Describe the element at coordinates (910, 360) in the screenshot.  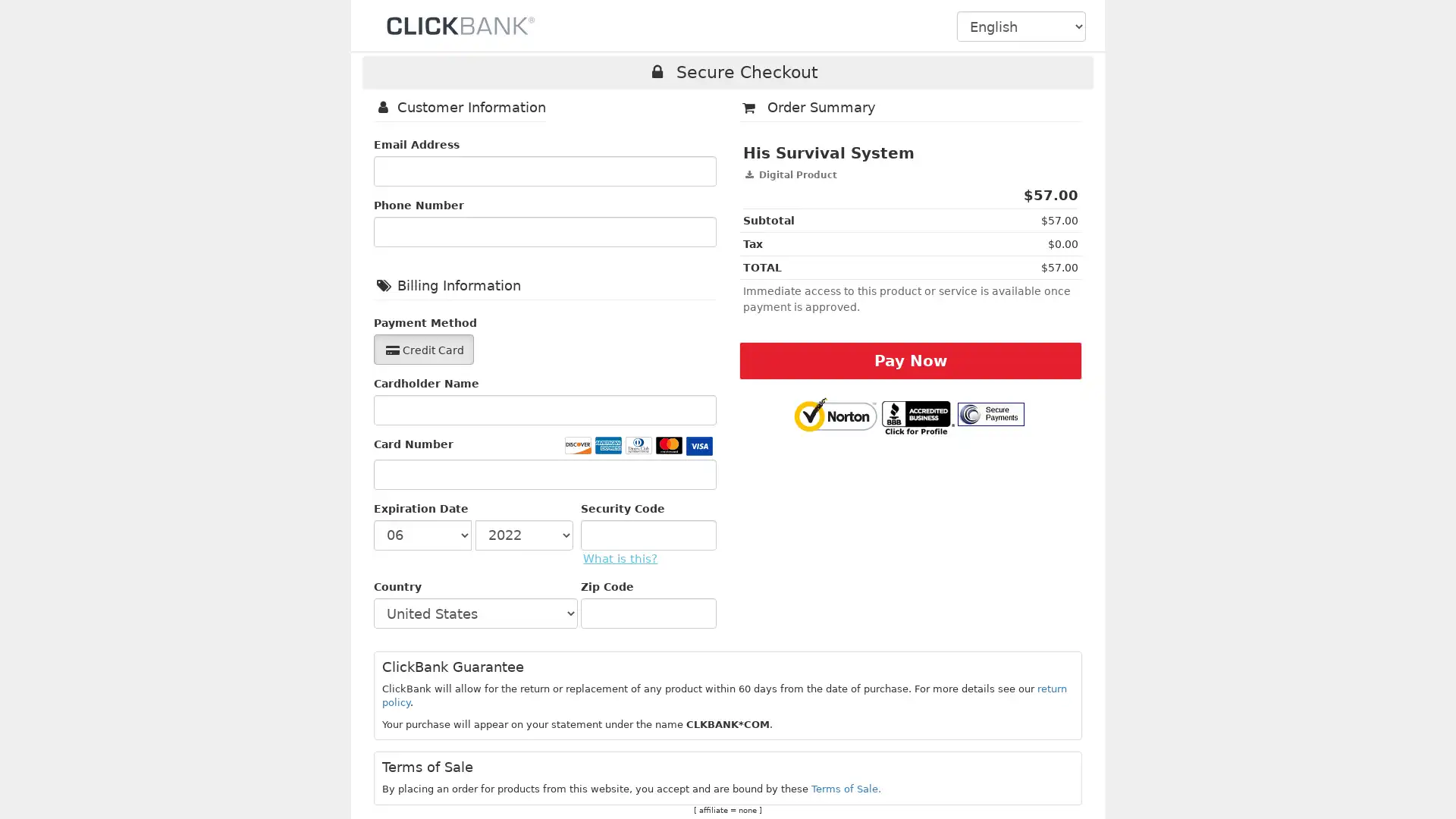
I see `Pay Now` at that location.